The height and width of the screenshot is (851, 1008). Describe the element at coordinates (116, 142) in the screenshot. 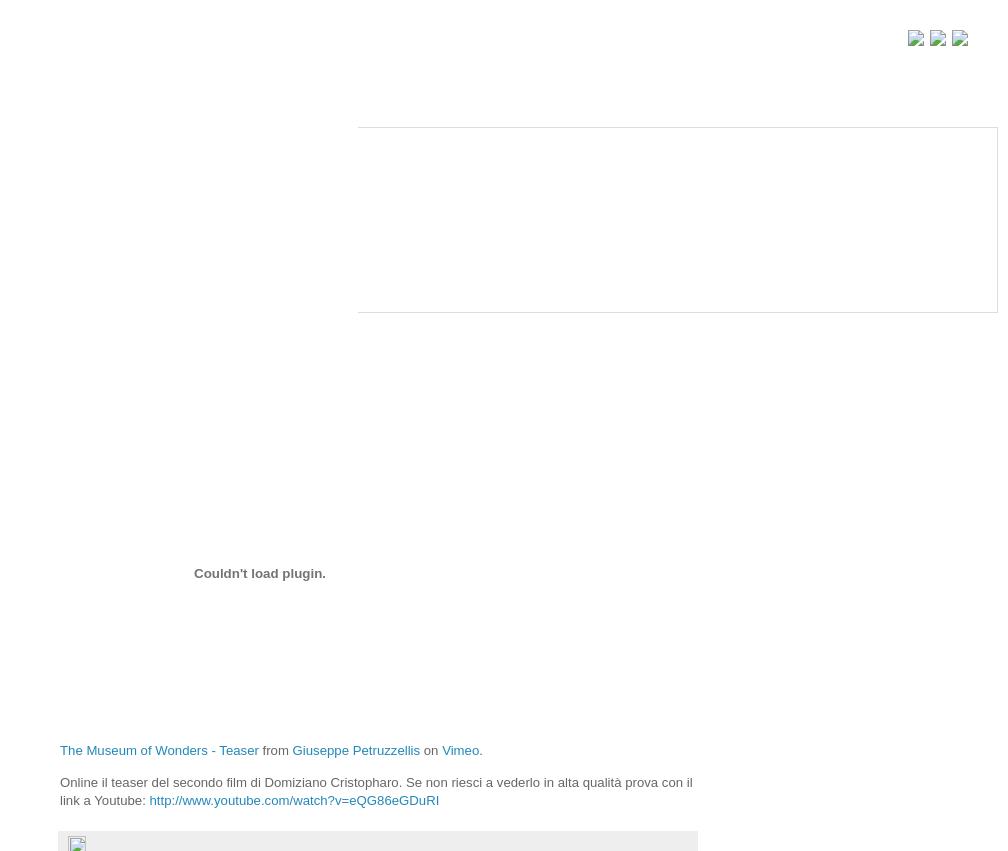

I see `'HOME / NEWS'` at that location.